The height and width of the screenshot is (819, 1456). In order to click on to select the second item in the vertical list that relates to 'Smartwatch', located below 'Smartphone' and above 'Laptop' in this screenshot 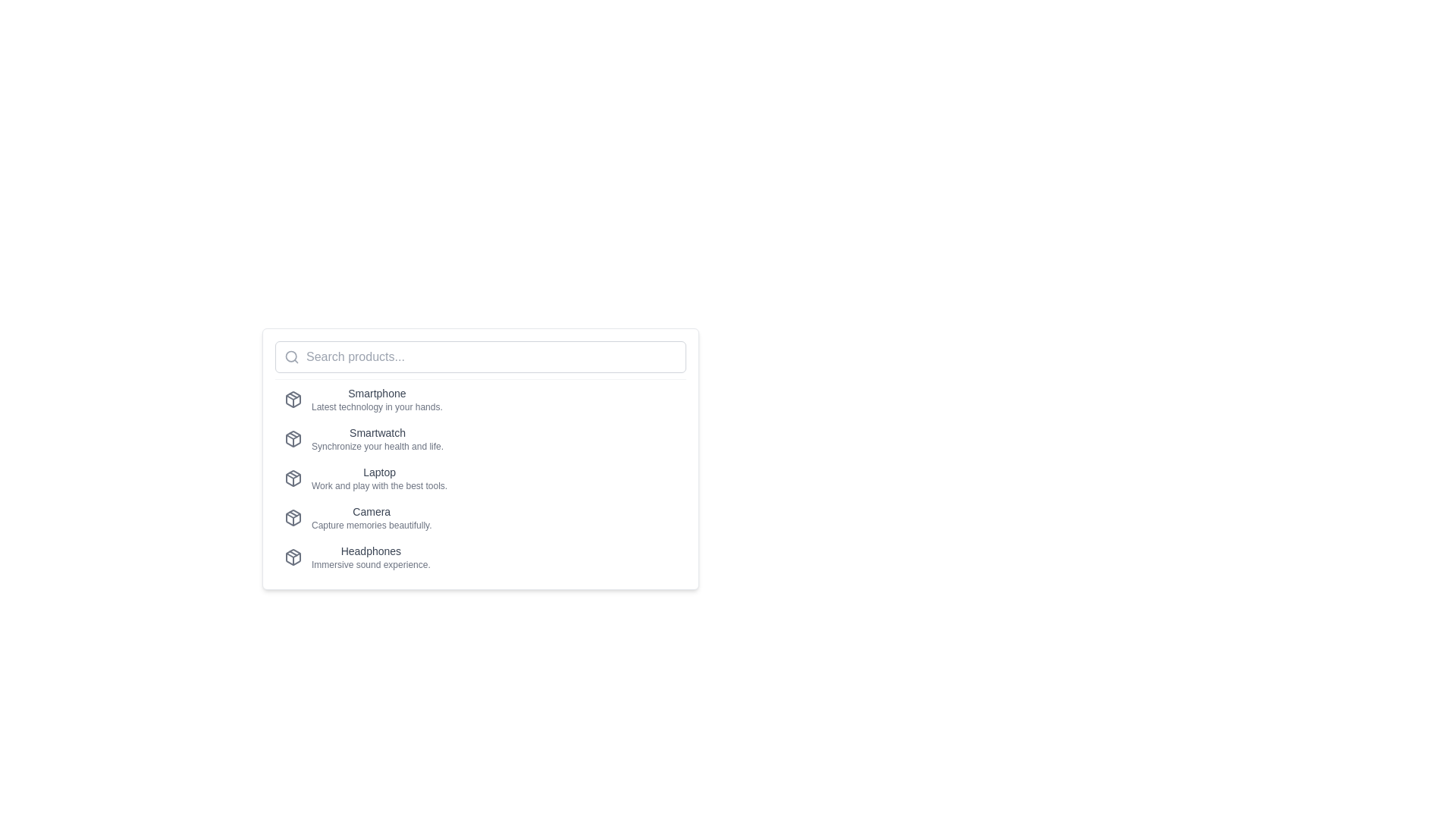, I will do `click(479, 438)`.